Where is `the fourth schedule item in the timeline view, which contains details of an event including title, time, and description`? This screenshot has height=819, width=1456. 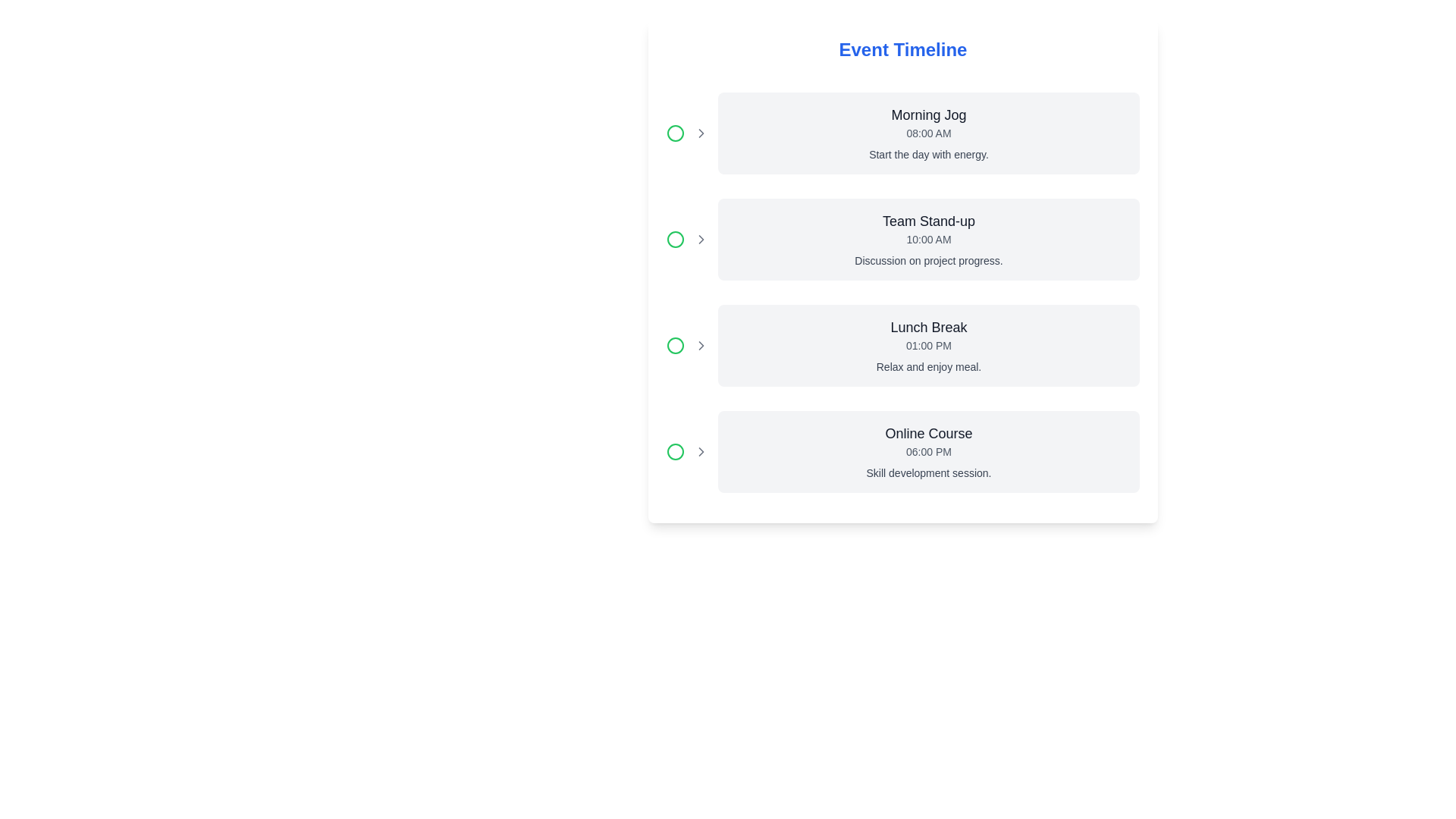 the fourth schedule item in the timeline view, which contains details of an event including title, time, and description is located at coordinates (927, 451).